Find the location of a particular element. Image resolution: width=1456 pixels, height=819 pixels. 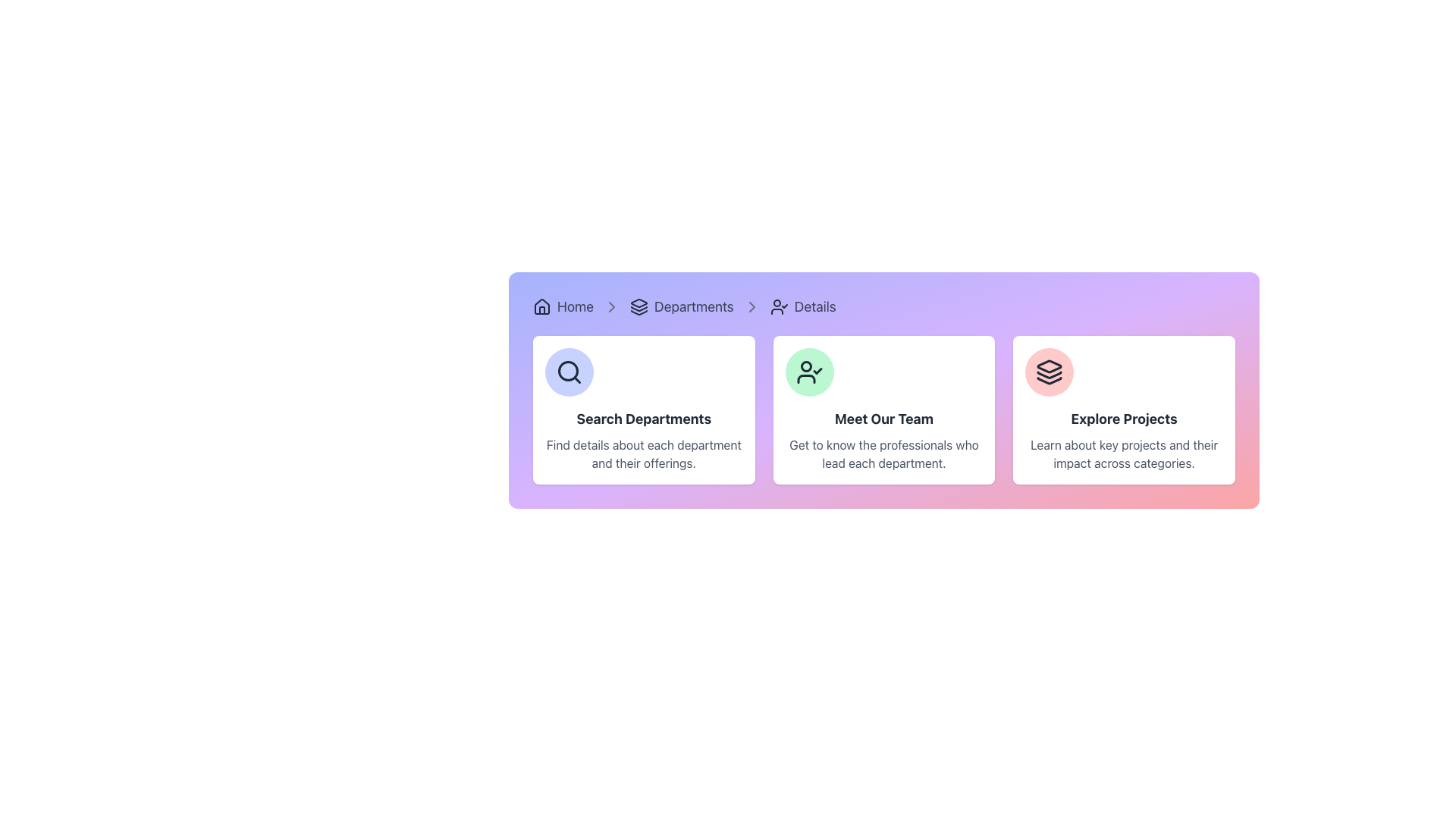

text label that is directly beneath the title 'Meet Our Team', displaying the content 'Get to know the professionals who lead each department.' is located at coordinates (884, 453).